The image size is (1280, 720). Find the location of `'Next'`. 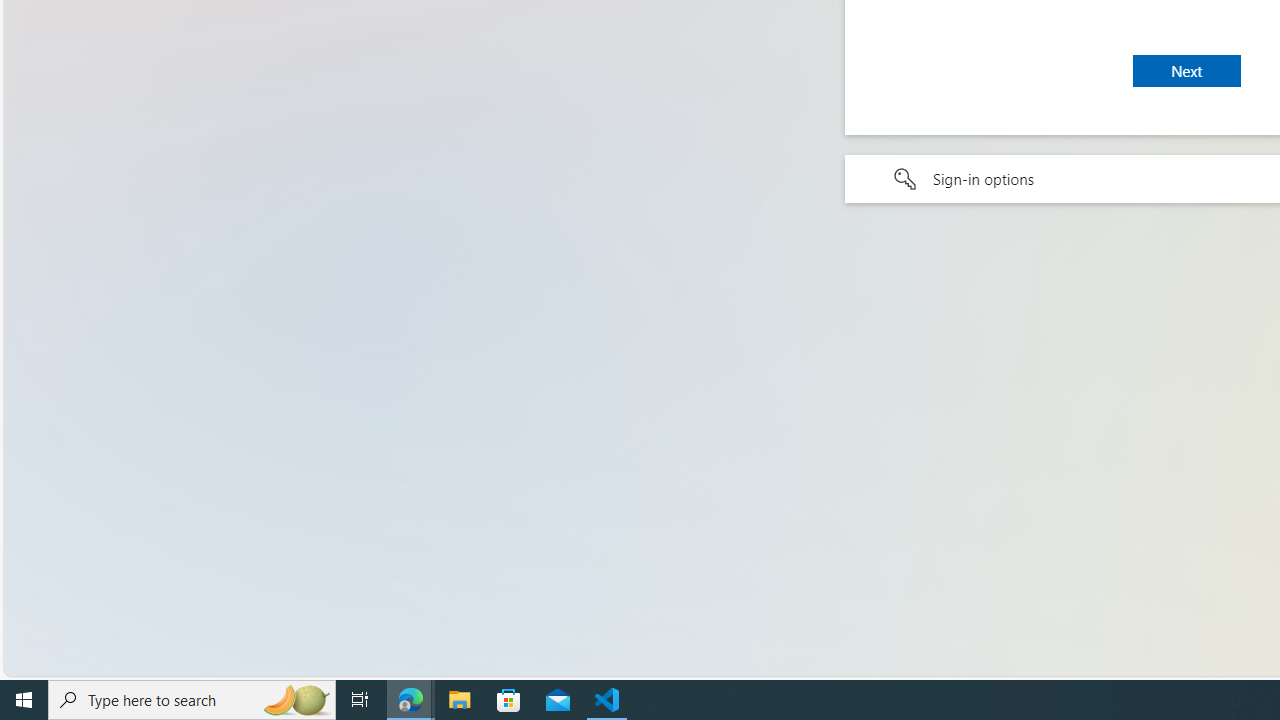

'Next' is located at coordinates (1187, 70).